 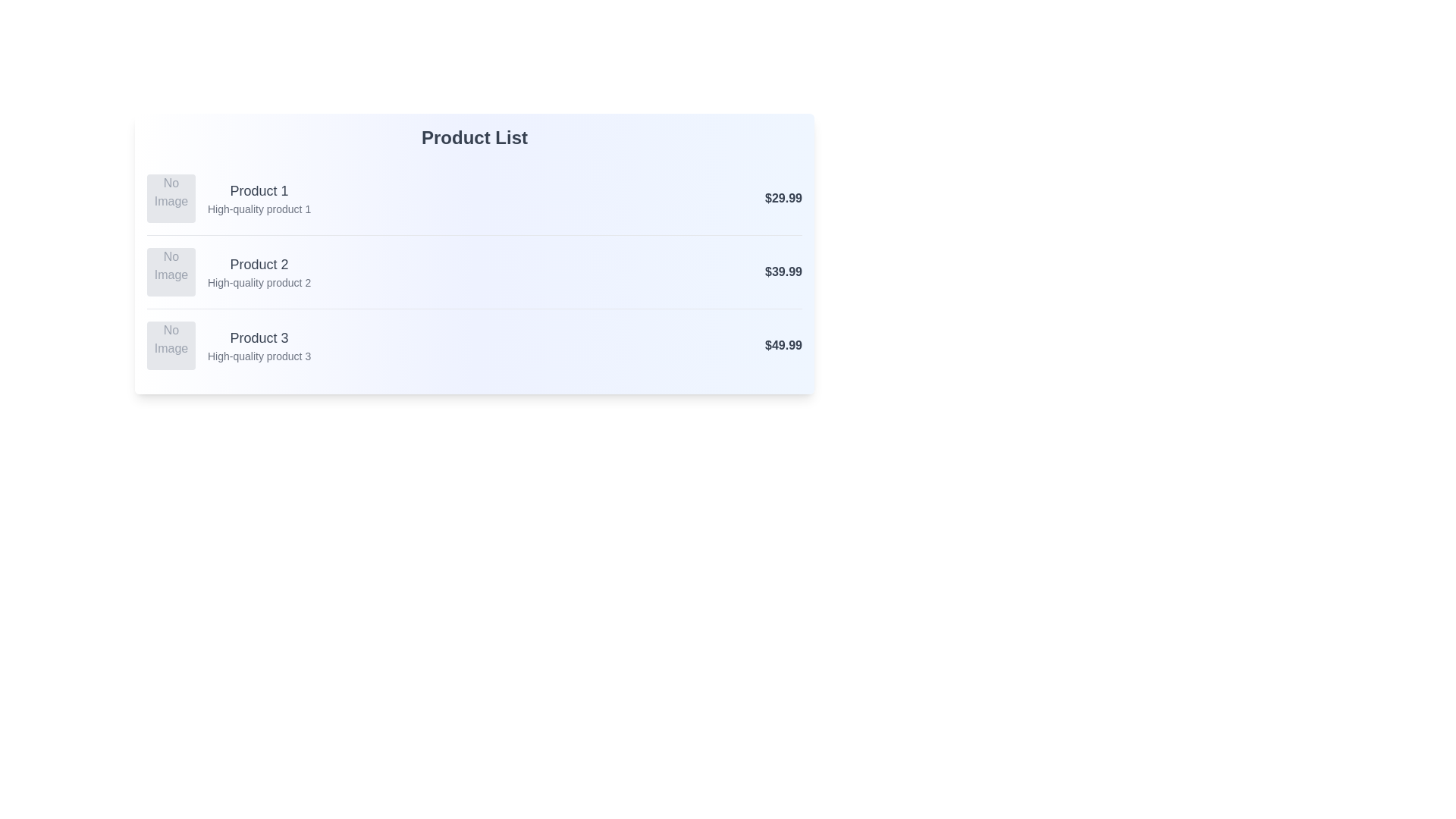 I want to click on the price of Product 1 to examine its details, so click(x=783, y=198).